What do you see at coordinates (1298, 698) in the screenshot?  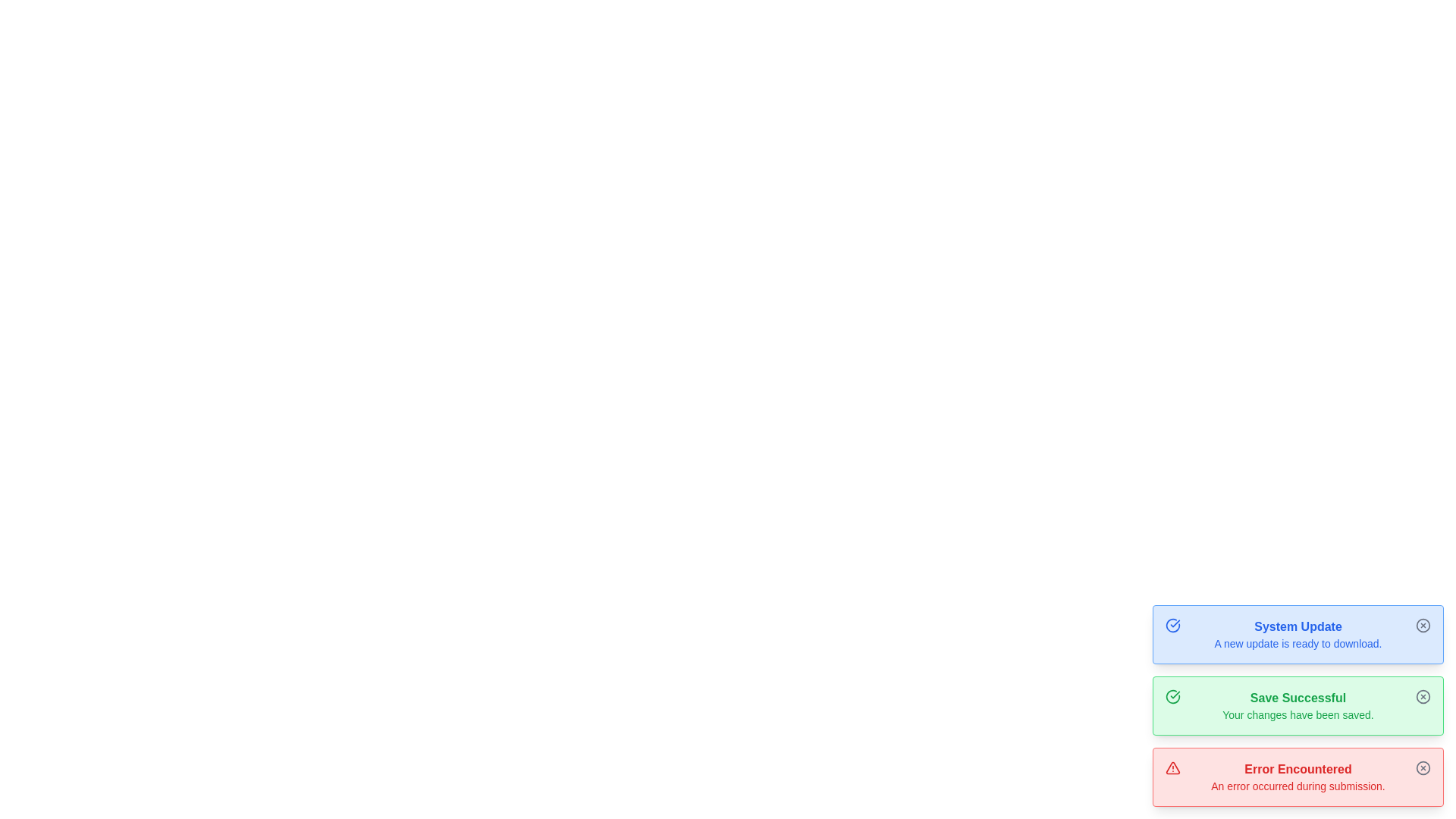 I see `the notification header text label indicating a successful save action, located at the center-top of the second notification box in a vertical stack` at bounding box center [1298, 698].